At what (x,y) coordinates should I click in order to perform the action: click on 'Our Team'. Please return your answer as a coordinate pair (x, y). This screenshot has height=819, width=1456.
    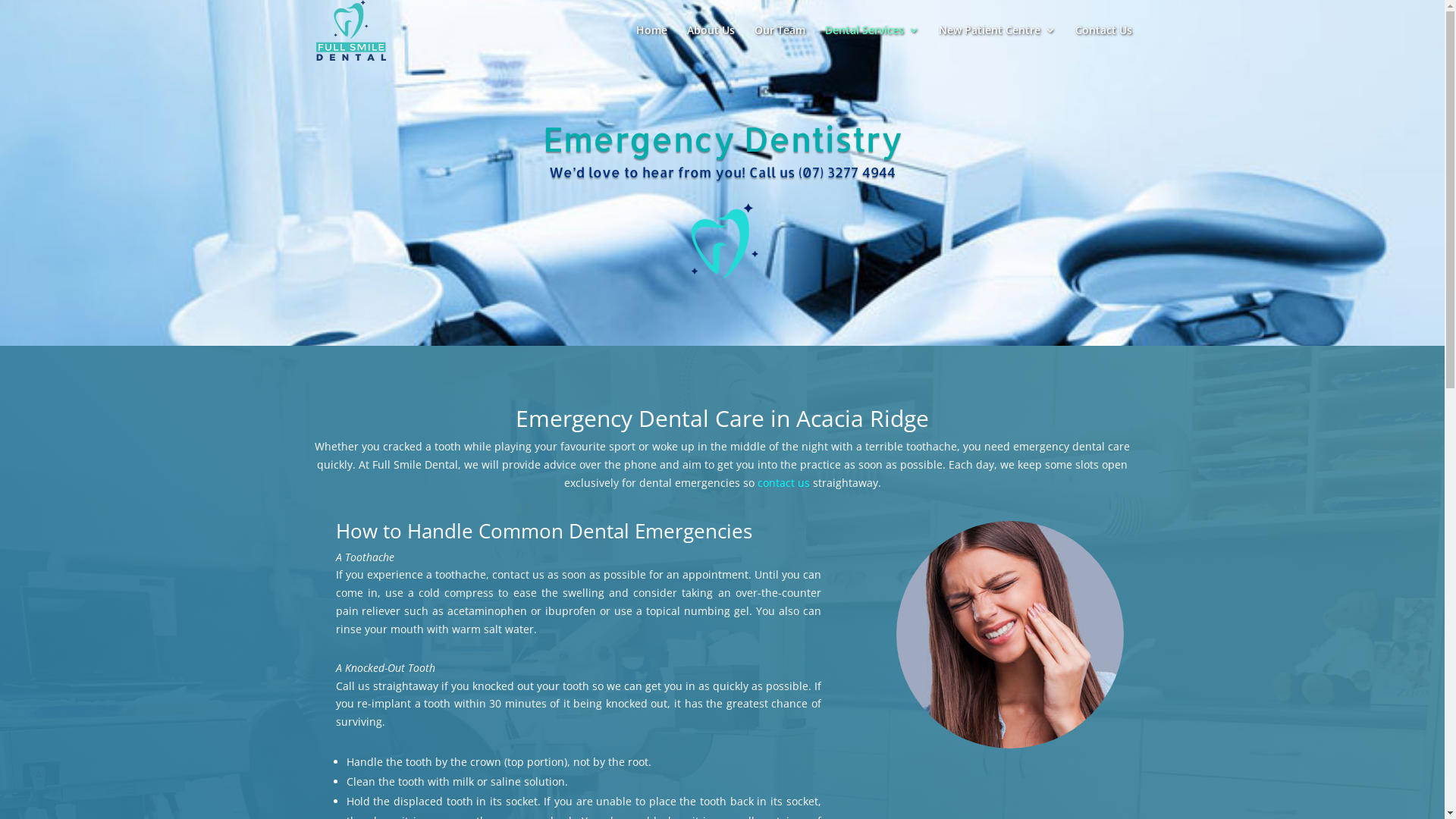
    Looking at the image, I should click on (779, 42).